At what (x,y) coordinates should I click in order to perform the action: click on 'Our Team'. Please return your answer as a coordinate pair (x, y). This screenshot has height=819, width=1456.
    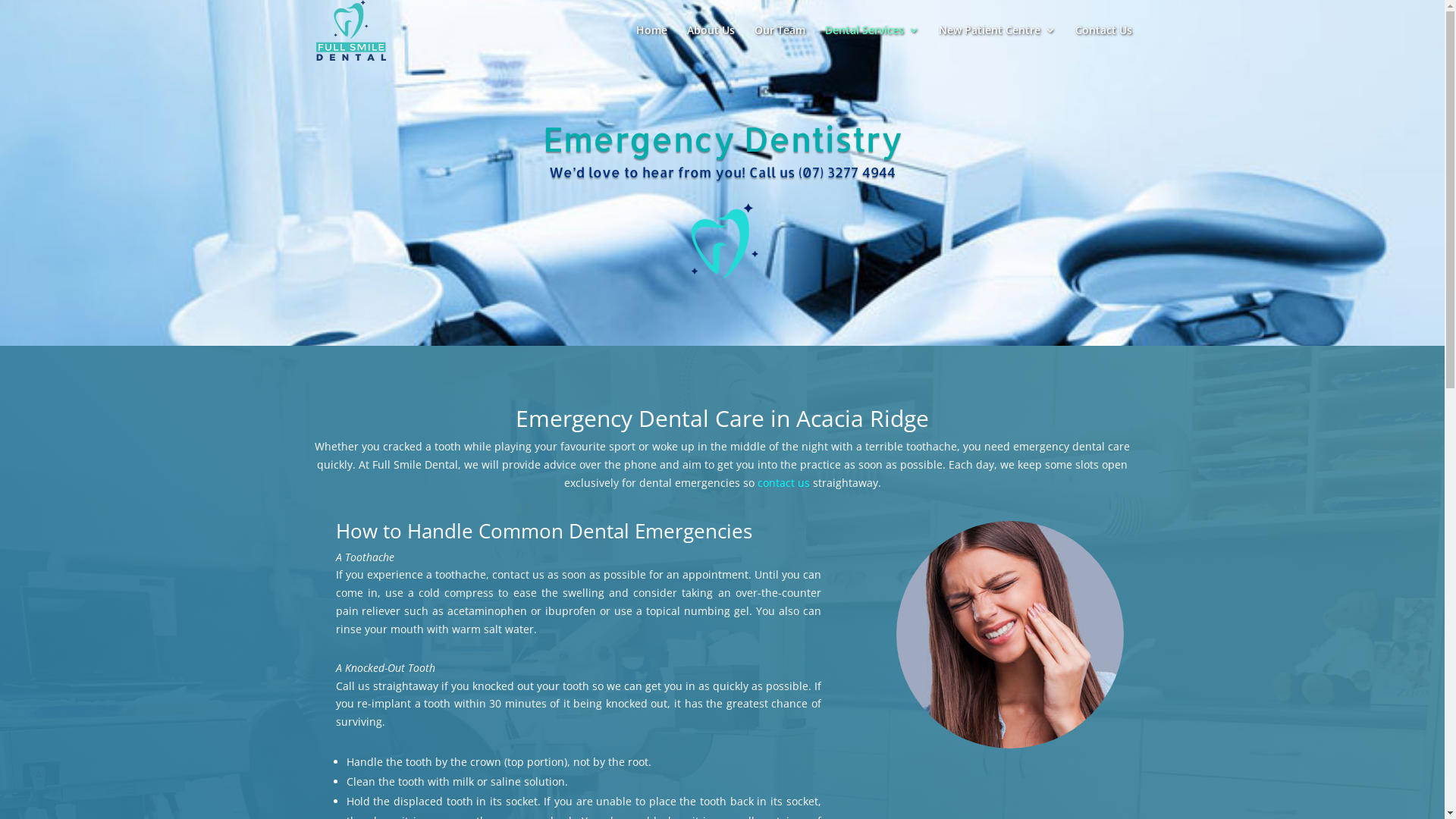
    Looking at the image, I should click on (779, 42).